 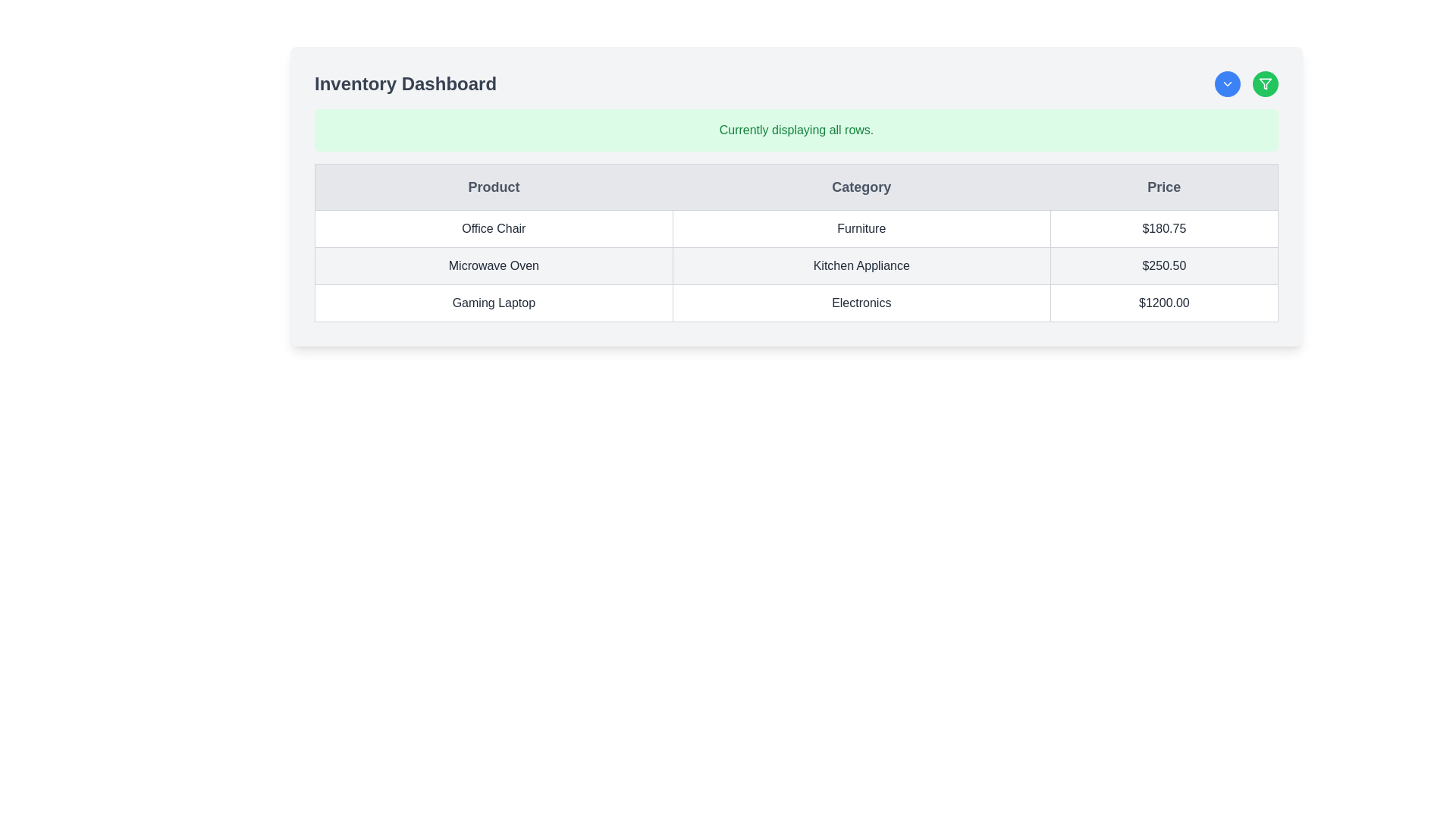 What do you see at coordinates (1266, 84) in the screenshot?
I see `the filter icon represented by a triangular funnel-like SVG graphic inside a green circular button` at bounding box center [1266, 84].